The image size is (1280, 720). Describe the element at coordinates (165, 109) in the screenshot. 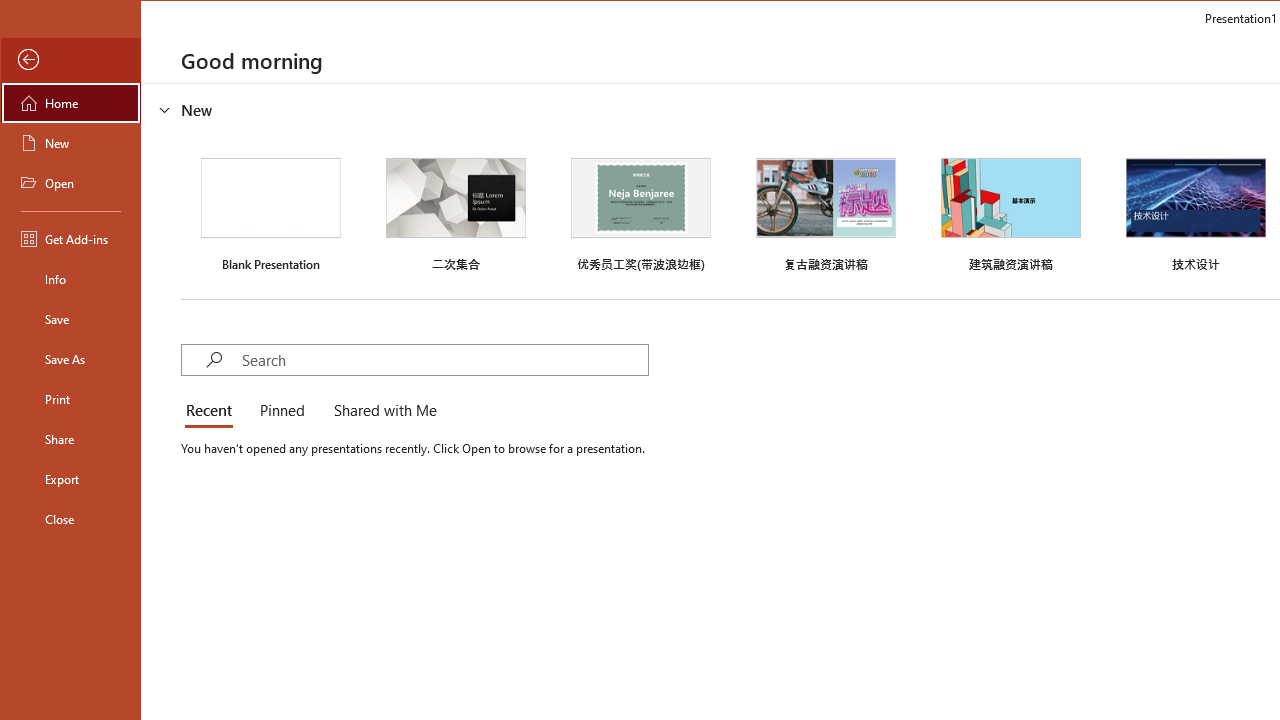

I see `'Hide or show region'` at that location.